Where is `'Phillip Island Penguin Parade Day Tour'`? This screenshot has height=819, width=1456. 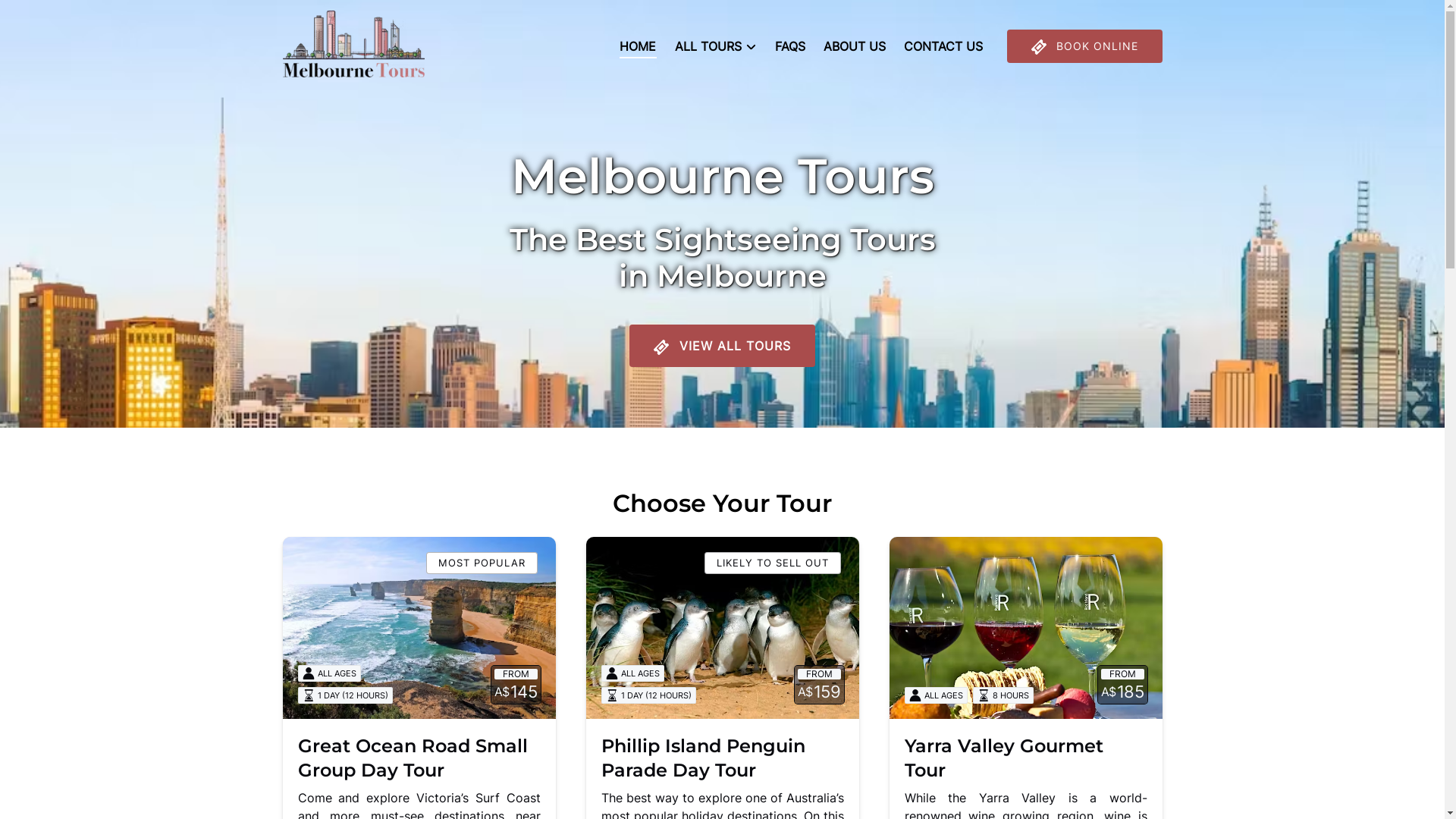 'Phillip Island Penguin Parade Day Tour' is located at coordinates (701, 758).